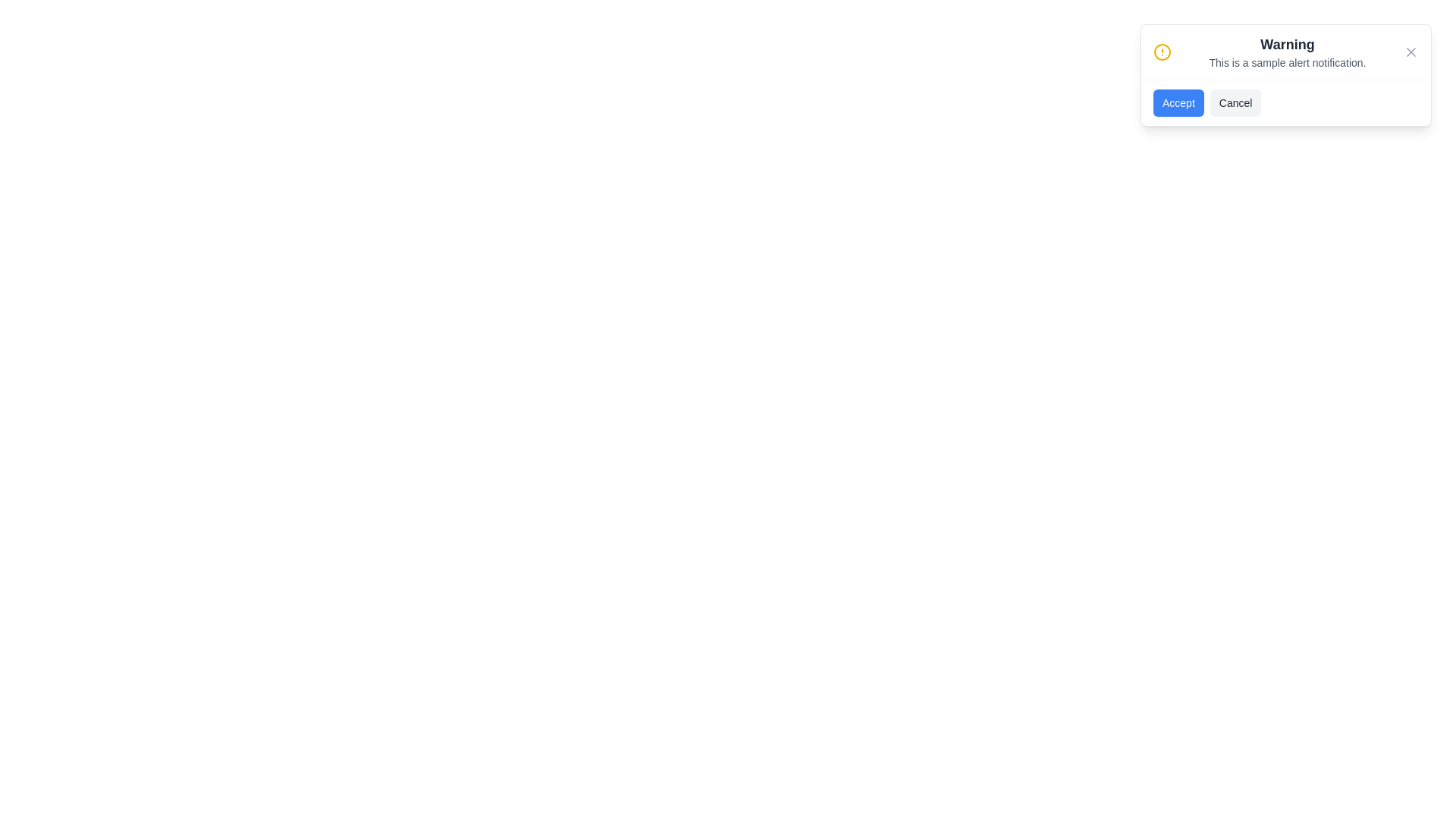 The image size is (1456, 819). I want to click on the close icon in the top-right corner of the notification card, so click(1410, 52).